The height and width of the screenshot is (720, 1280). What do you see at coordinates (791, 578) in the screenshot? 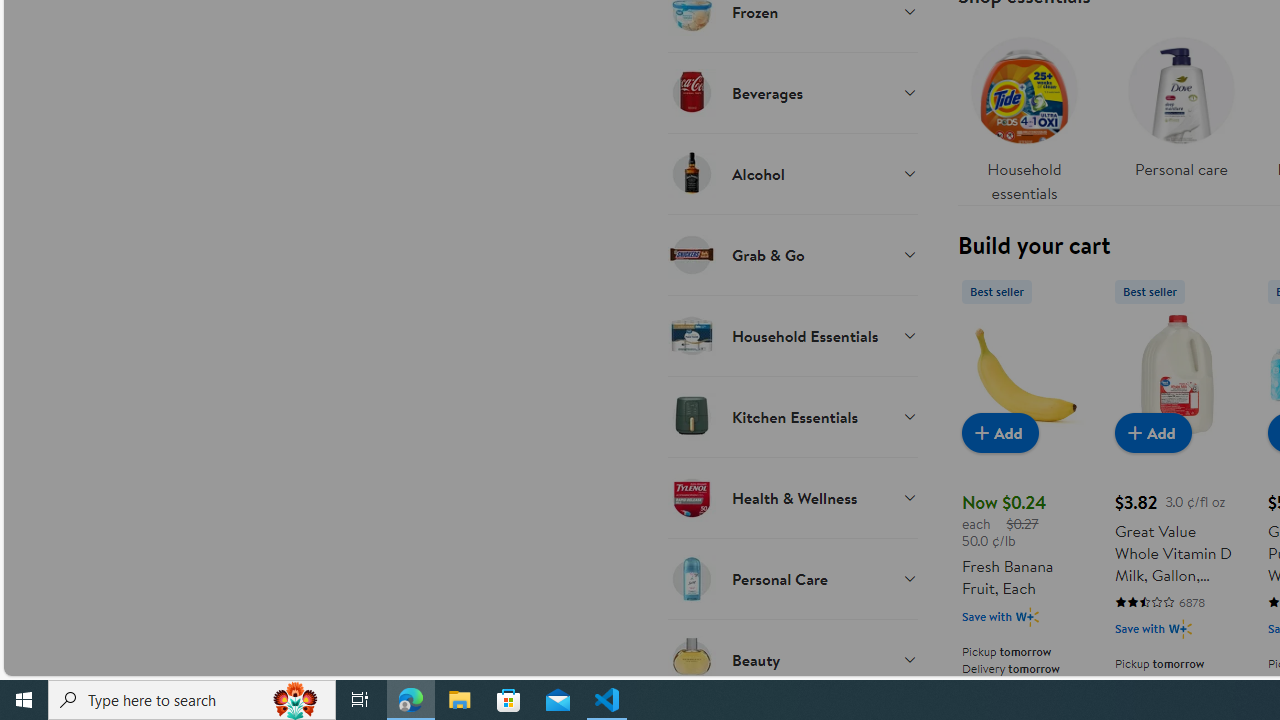
I see `'Personal Care'` at bounding box center [791, 578].